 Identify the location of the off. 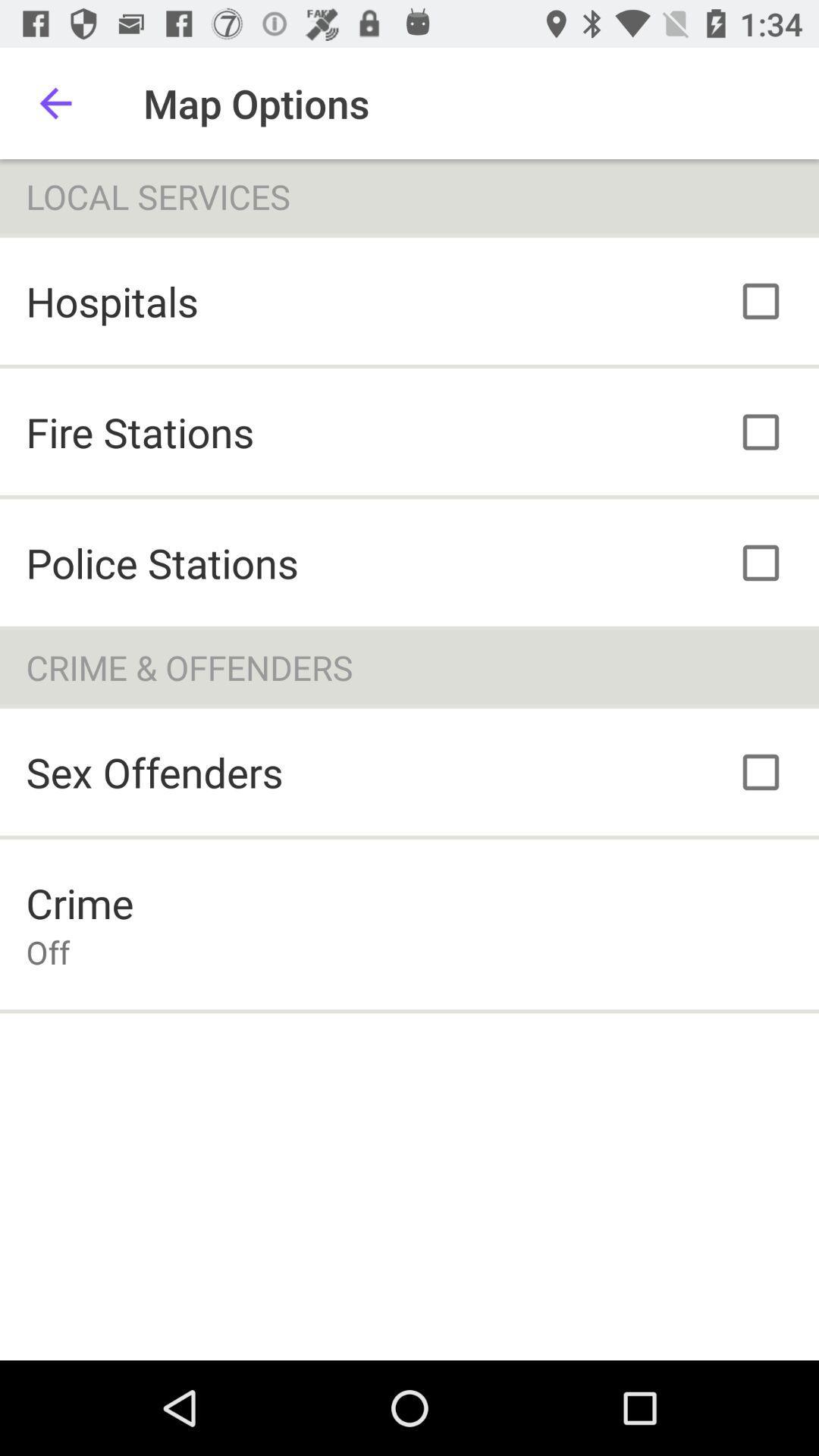
(47, 951).